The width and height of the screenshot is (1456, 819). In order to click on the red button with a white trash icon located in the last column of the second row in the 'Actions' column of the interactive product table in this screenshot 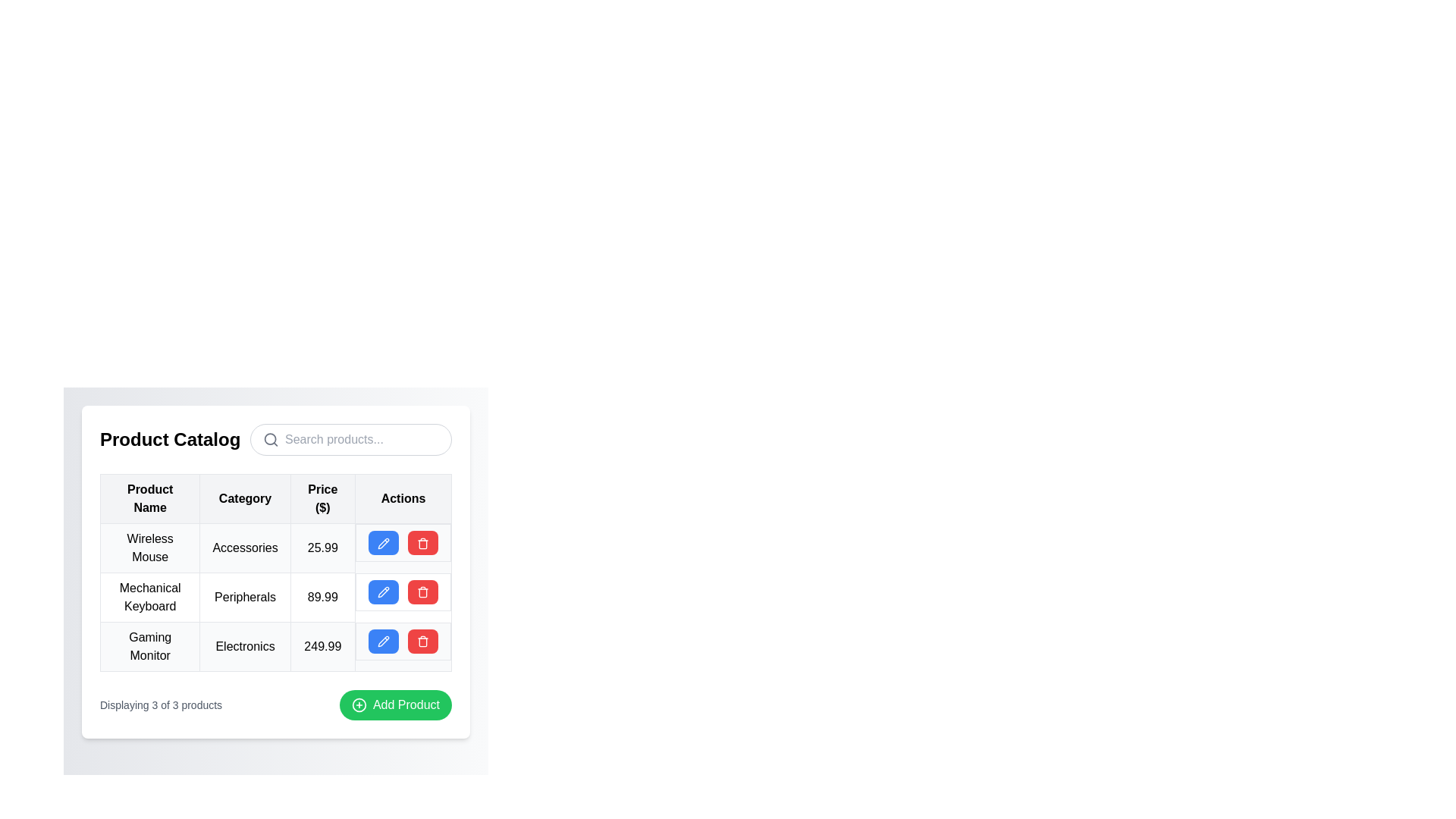, I will do `click(422, 591)`.